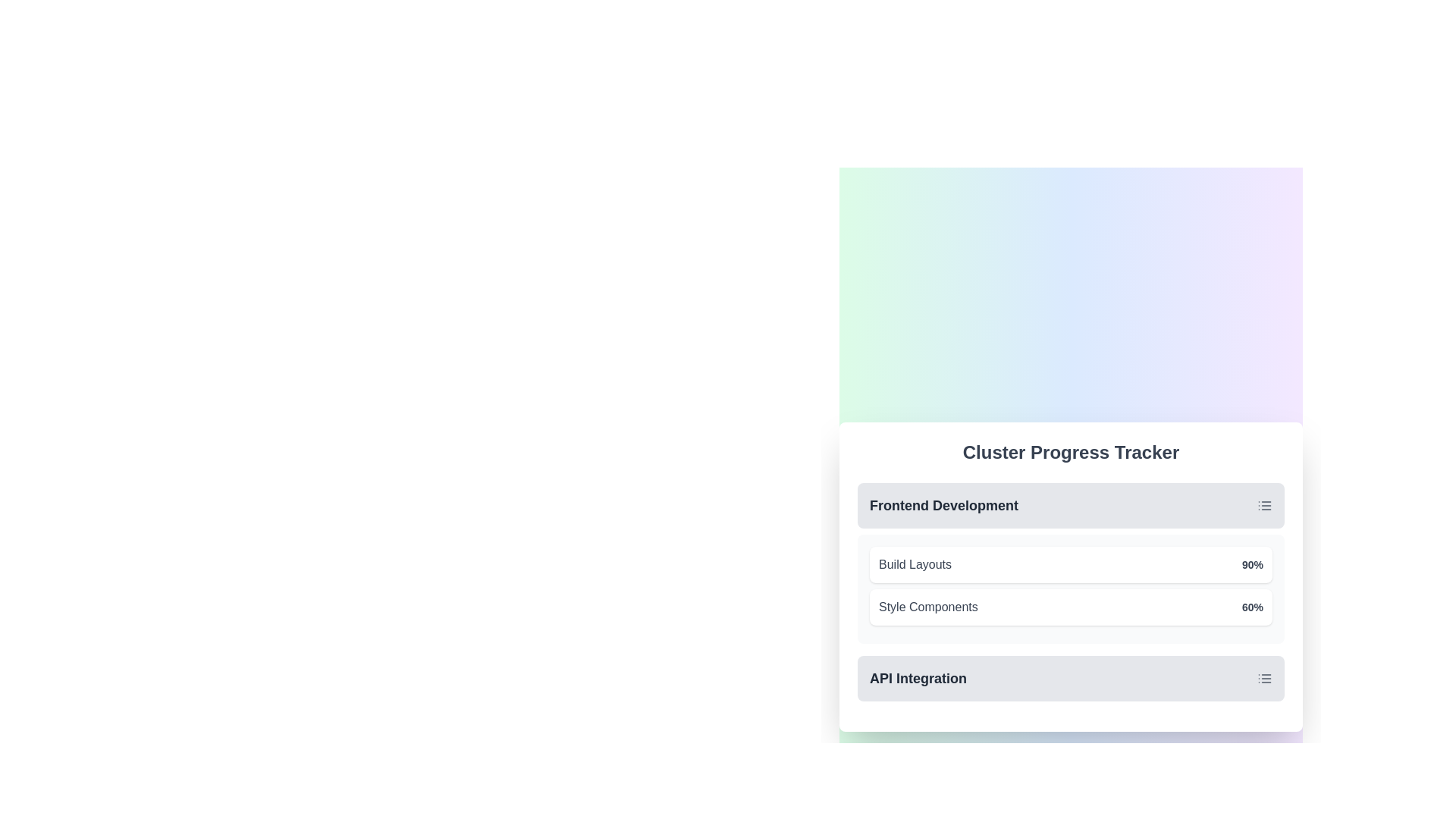 This screenshot has width=1456, height=819. What do you see at coordinates (915, 564) in the screenshot?
I see `the label displaying the text 'Build Layouts', which is gray and located under the 'Frontend Development' section of the 'Cluster Progress Tracker'` at bounding box center [915, 564].